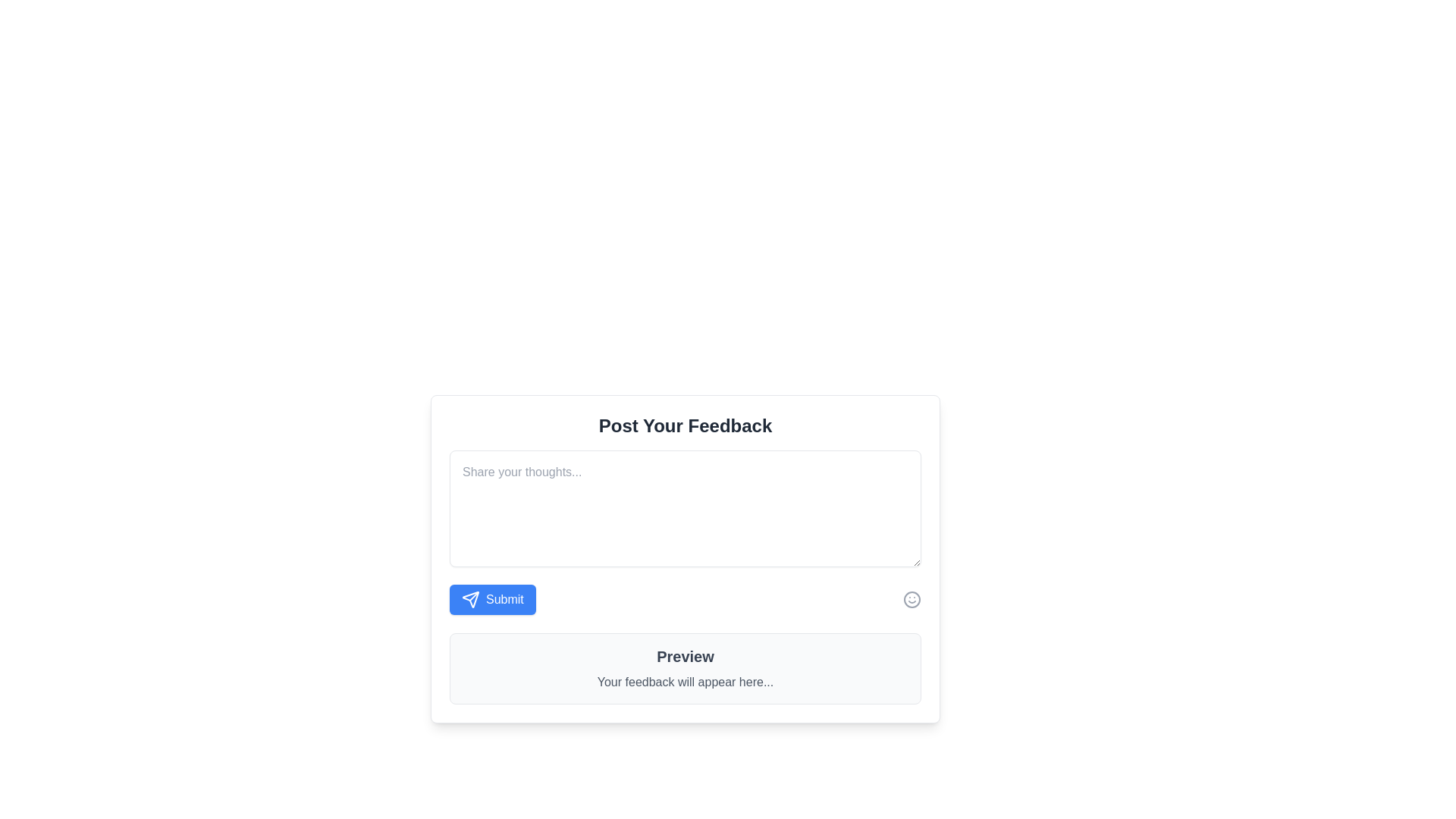  What do you see at coordinates (684, 509) in the screenshot?
I see `the Textarea element that allows users to input textual feedback, which is centrally located in the feedback form` at bounding box center [684, 509].